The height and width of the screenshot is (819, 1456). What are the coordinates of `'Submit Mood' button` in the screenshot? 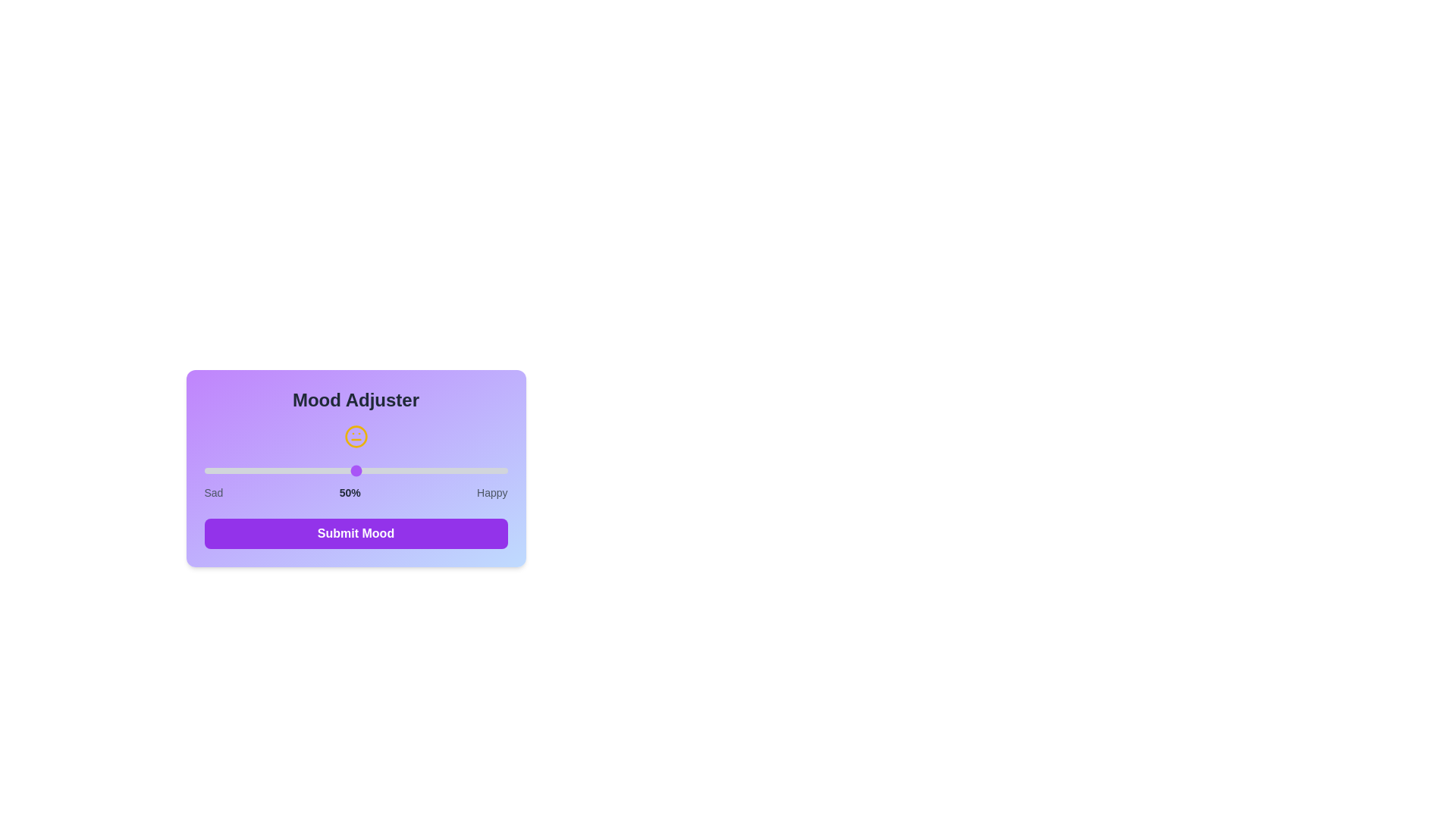 It's located at (355, 533).